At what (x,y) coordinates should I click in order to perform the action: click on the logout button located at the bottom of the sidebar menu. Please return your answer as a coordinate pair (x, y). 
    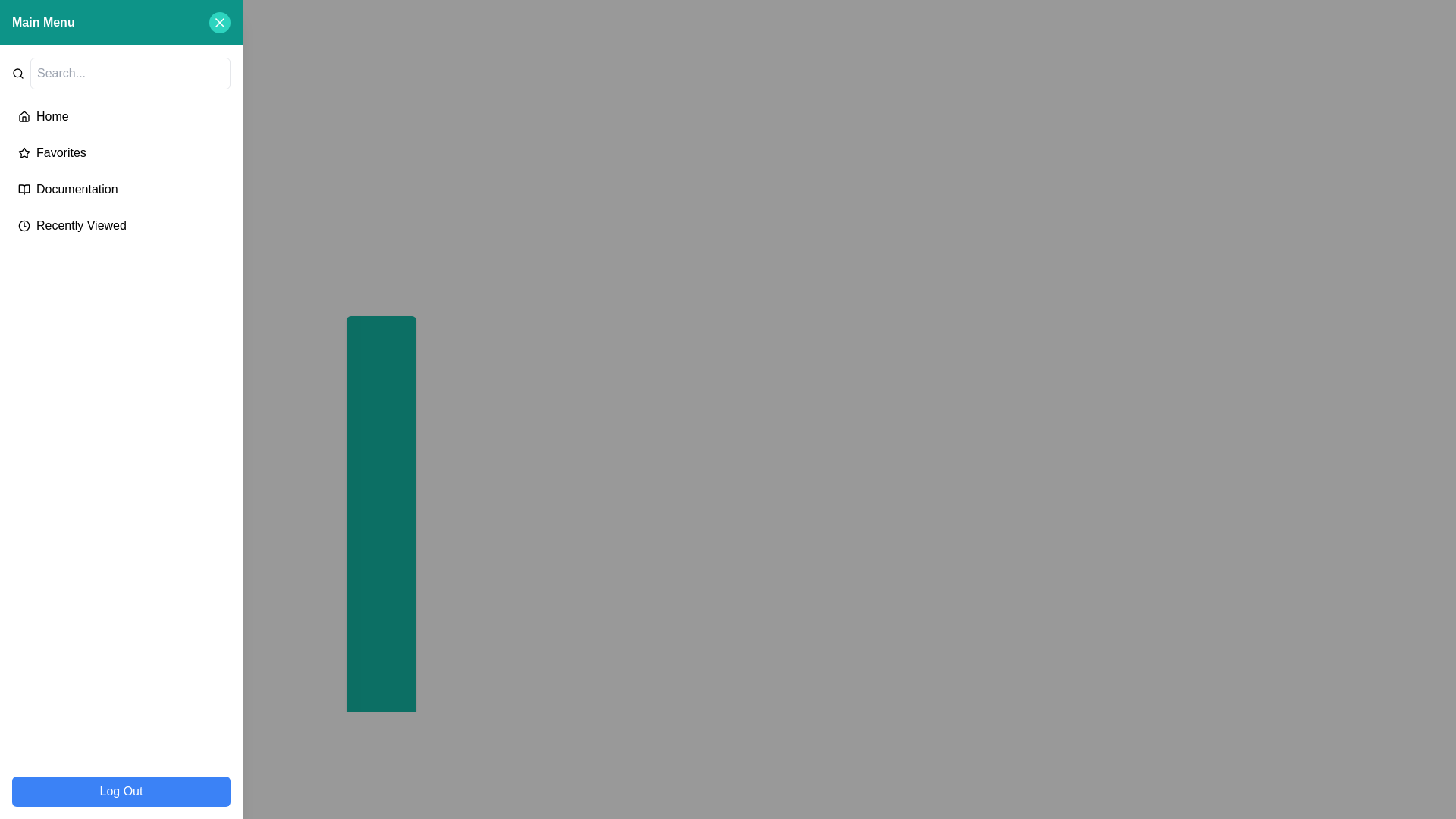
    Looking at the image, I should click on (120, 791).